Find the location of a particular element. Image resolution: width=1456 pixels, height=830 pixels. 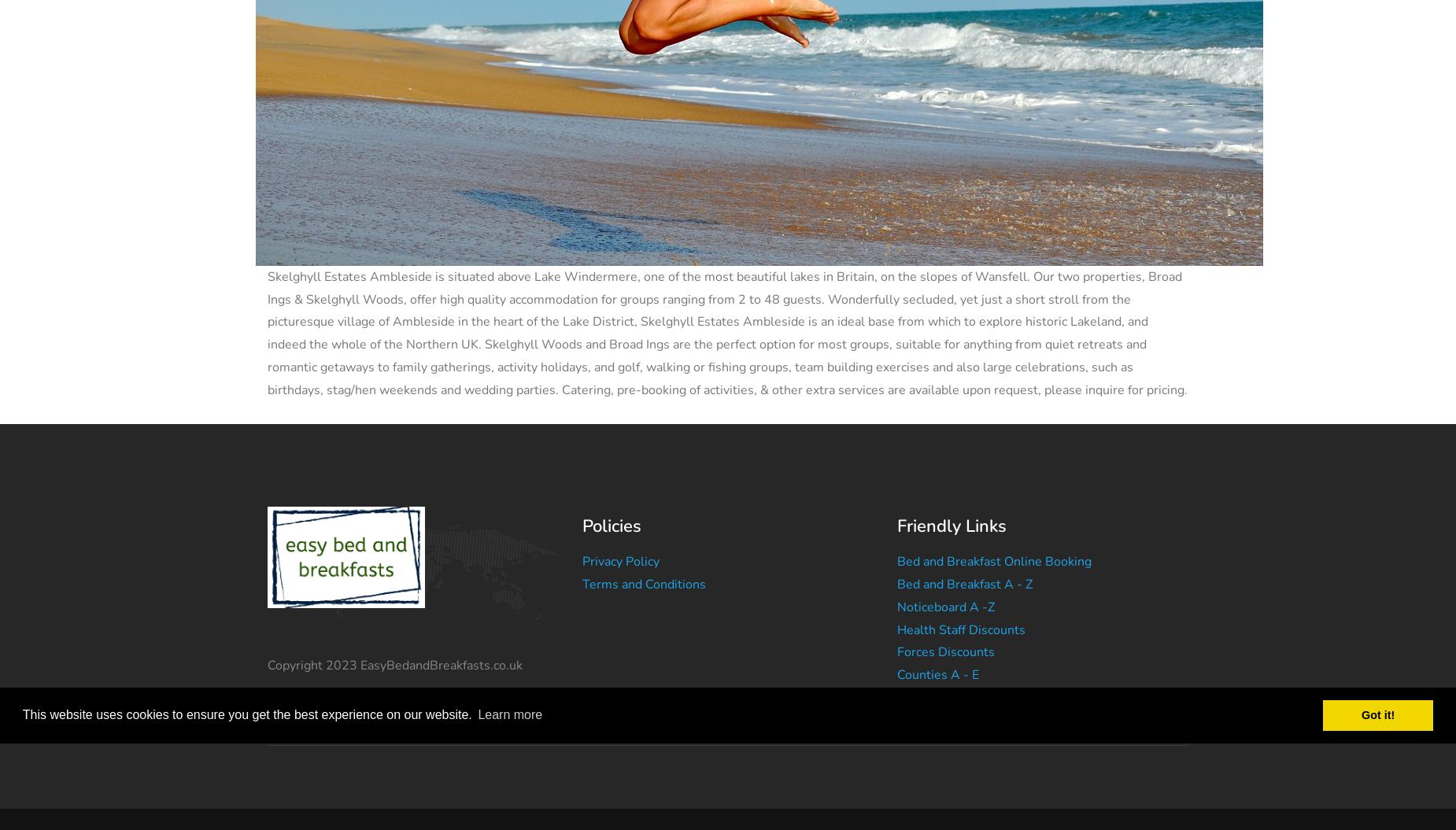

'Forces Discounts' is located at coordinates (896, 652).